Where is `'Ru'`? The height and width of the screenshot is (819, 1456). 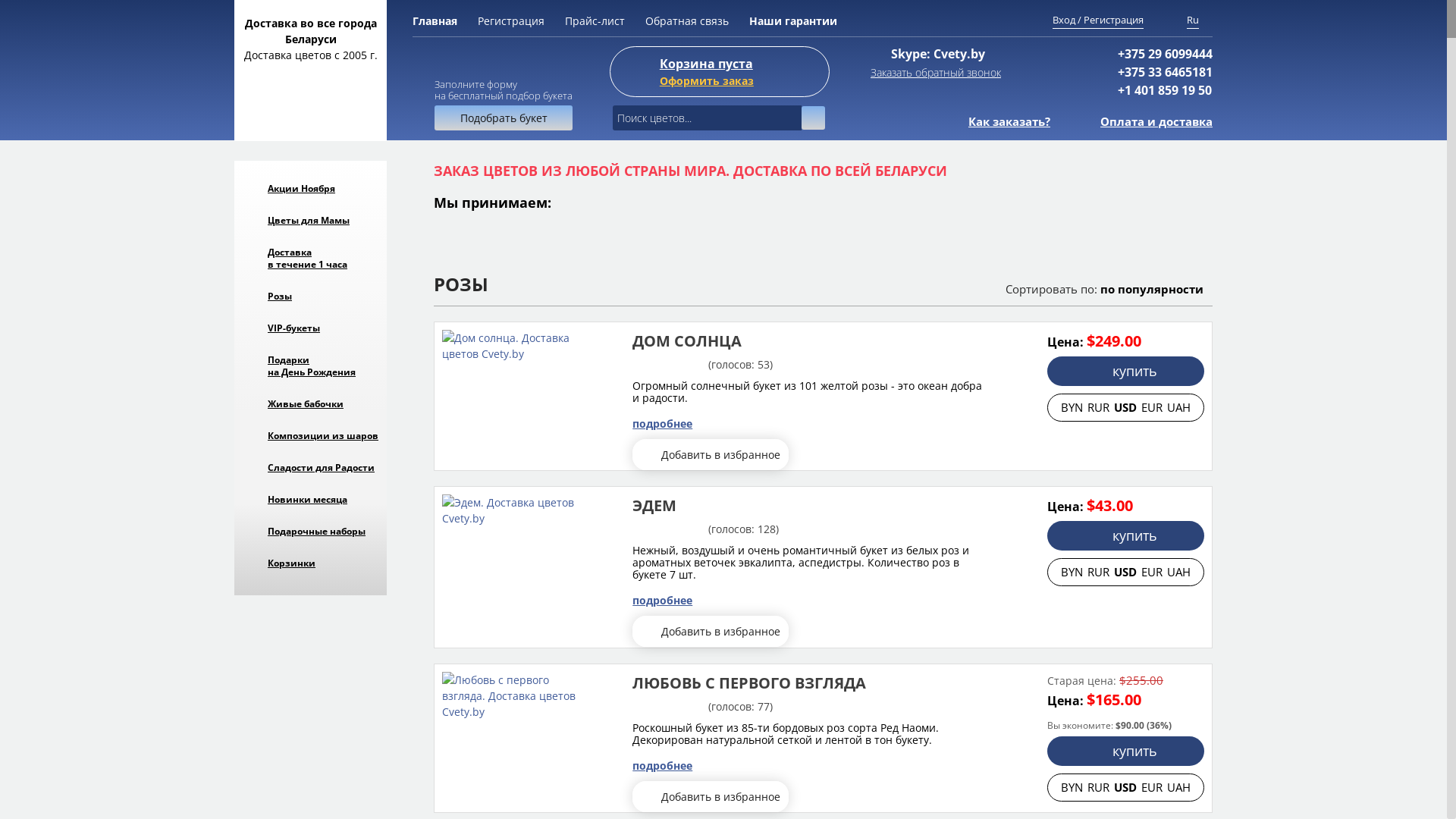
'Ru' is located at coordinates (1192, 20).